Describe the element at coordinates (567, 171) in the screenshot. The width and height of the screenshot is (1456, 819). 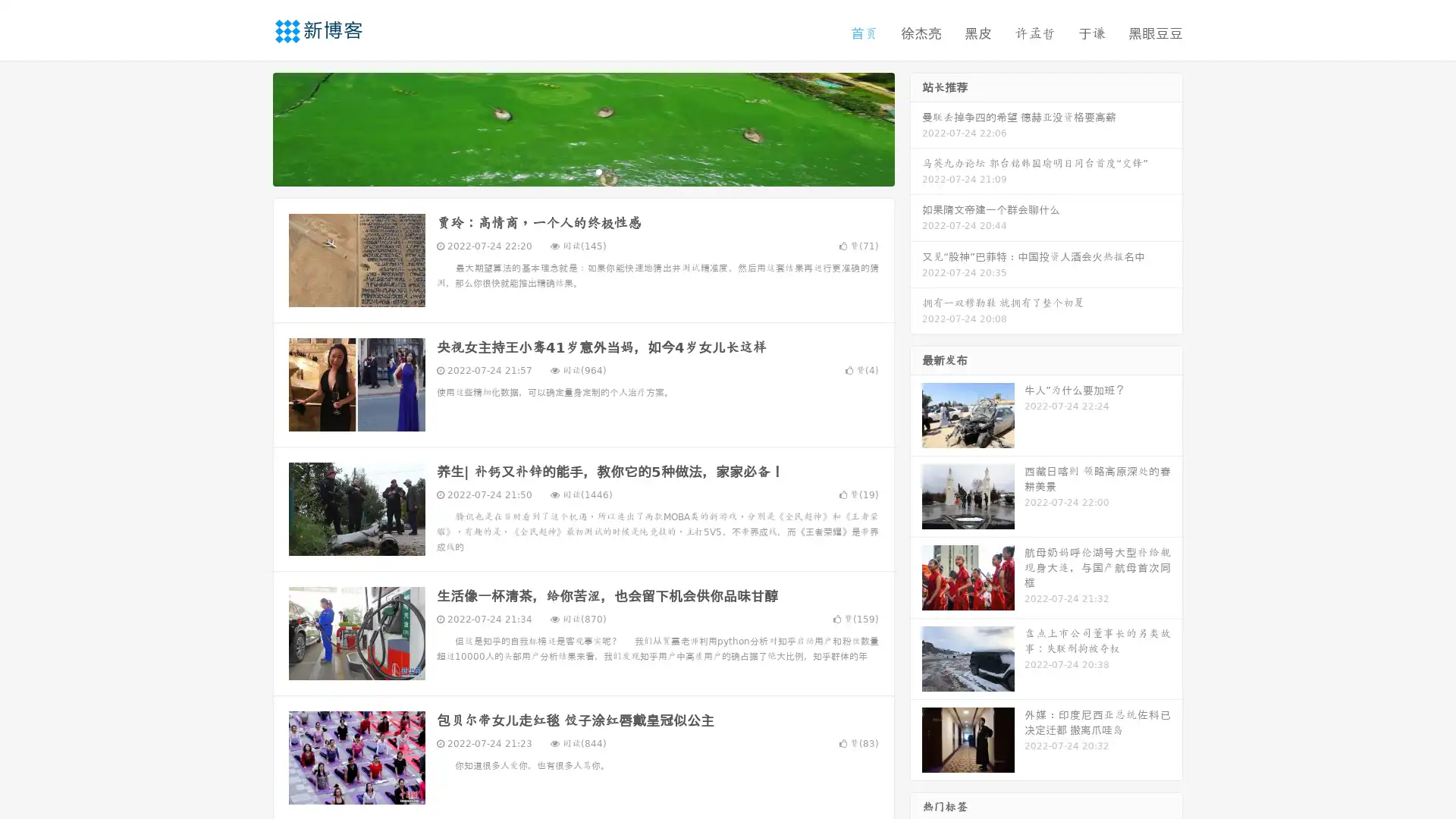
I see `Go to slide 1` at that location.